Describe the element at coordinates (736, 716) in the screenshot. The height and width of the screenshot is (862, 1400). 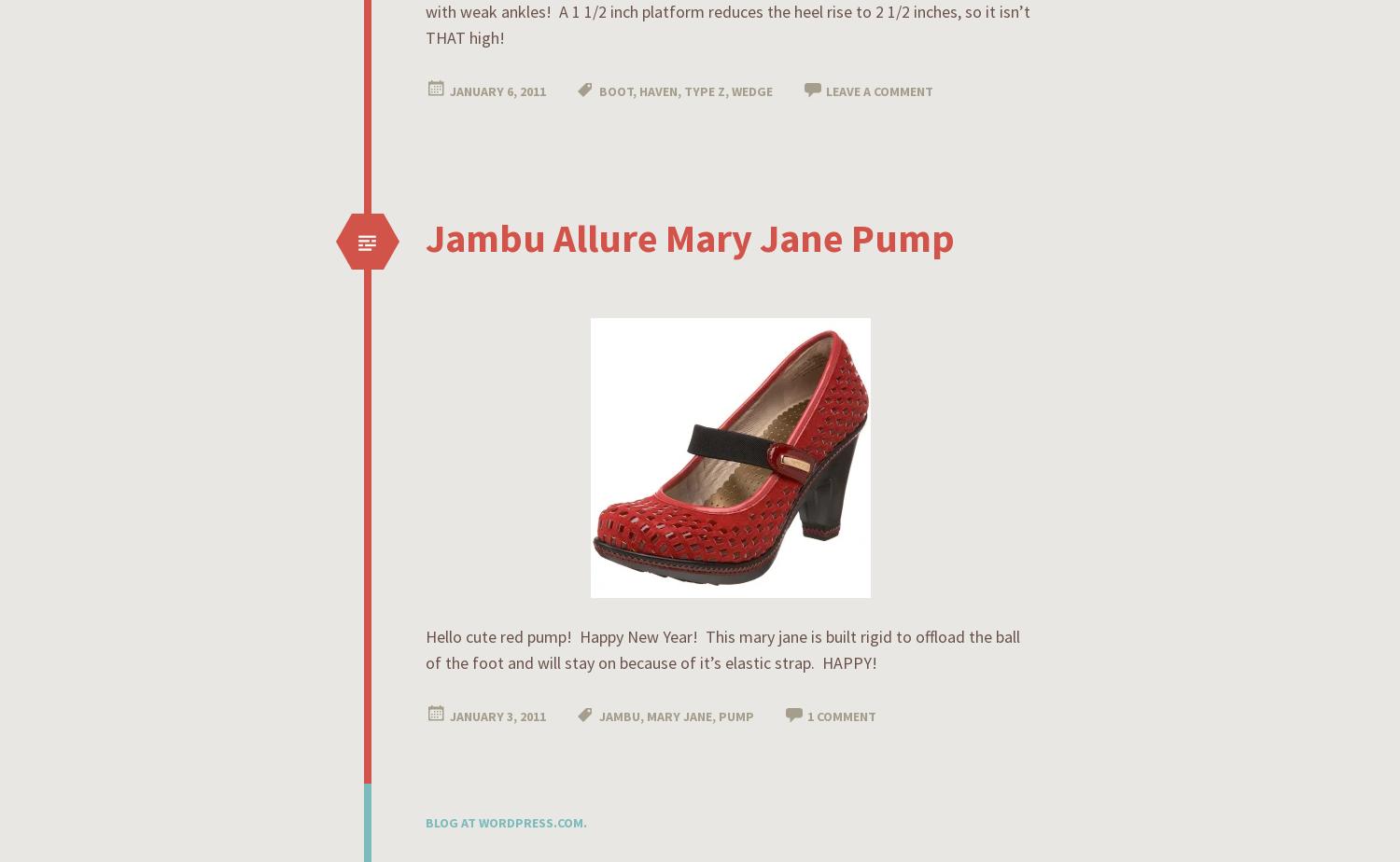
I see `'pump'` at that location.